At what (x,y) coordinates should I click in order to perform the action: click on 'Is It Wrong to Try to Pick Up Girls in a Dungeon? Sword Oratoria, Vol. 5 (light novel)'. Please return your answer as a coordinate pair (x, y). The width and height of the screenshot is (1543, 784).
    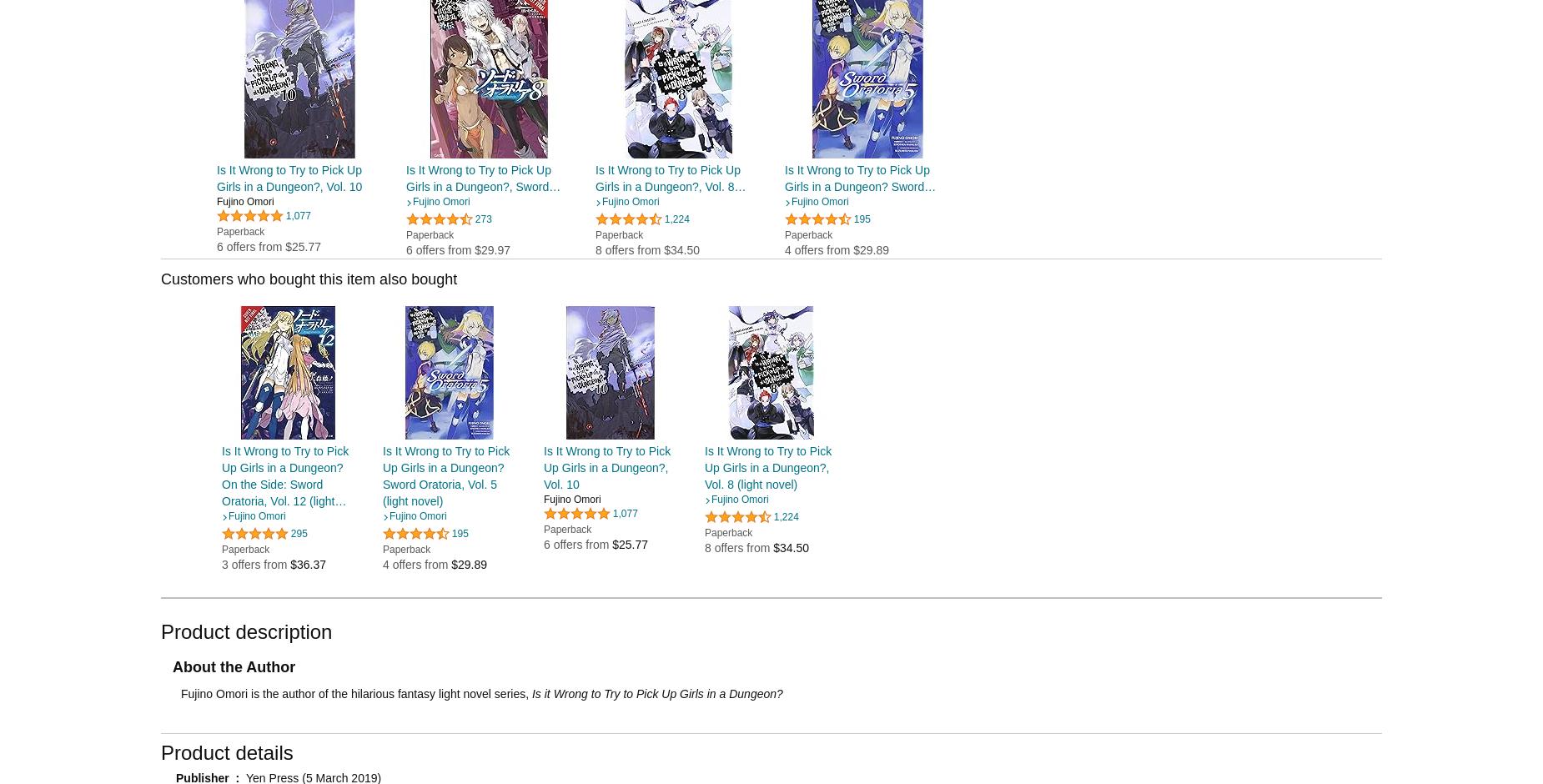
    Looking at the image, I should click on (446, 475).